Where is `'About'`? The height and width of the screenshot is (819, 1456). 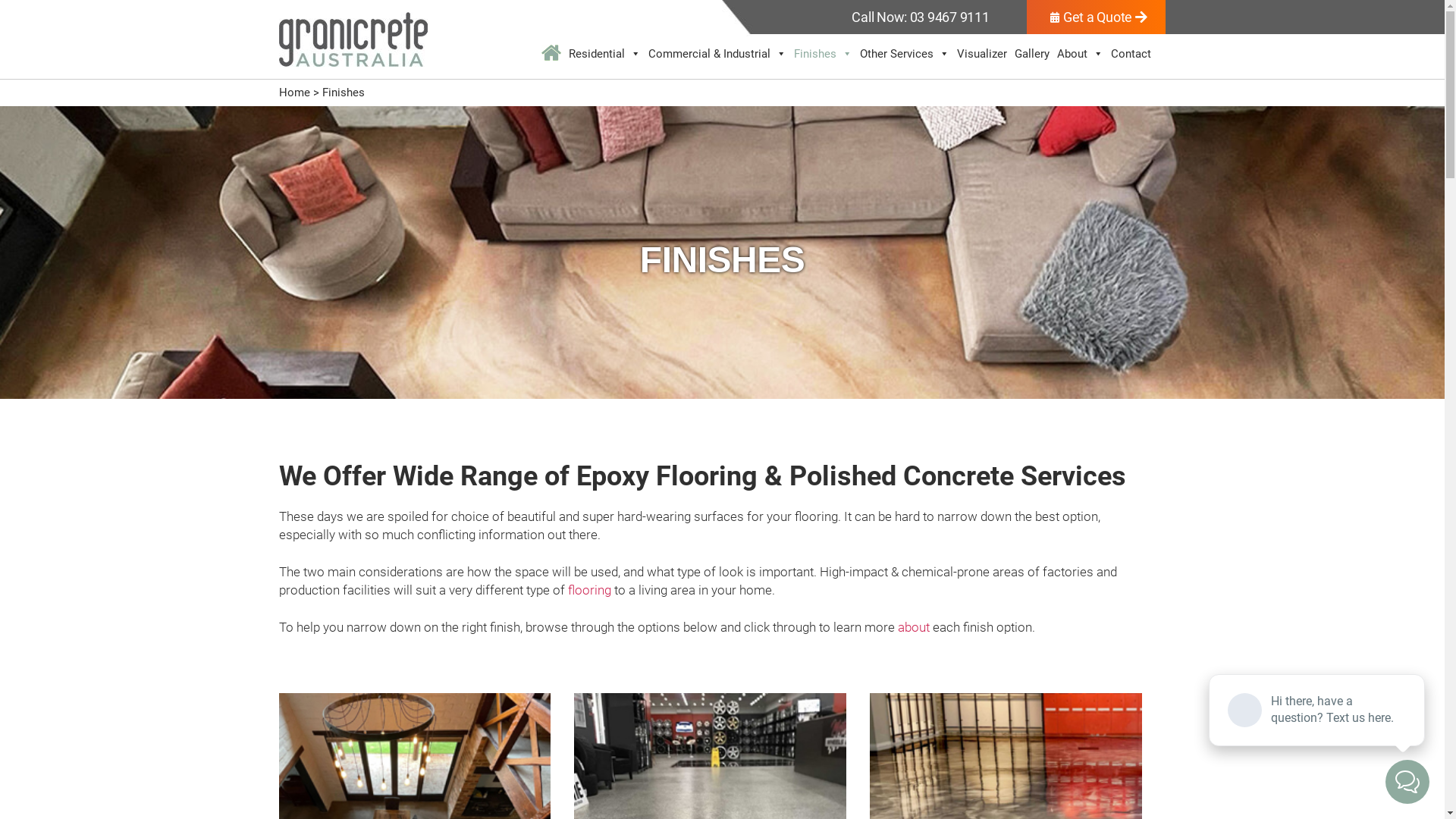
'About' is located at coordinates (1079, 52).